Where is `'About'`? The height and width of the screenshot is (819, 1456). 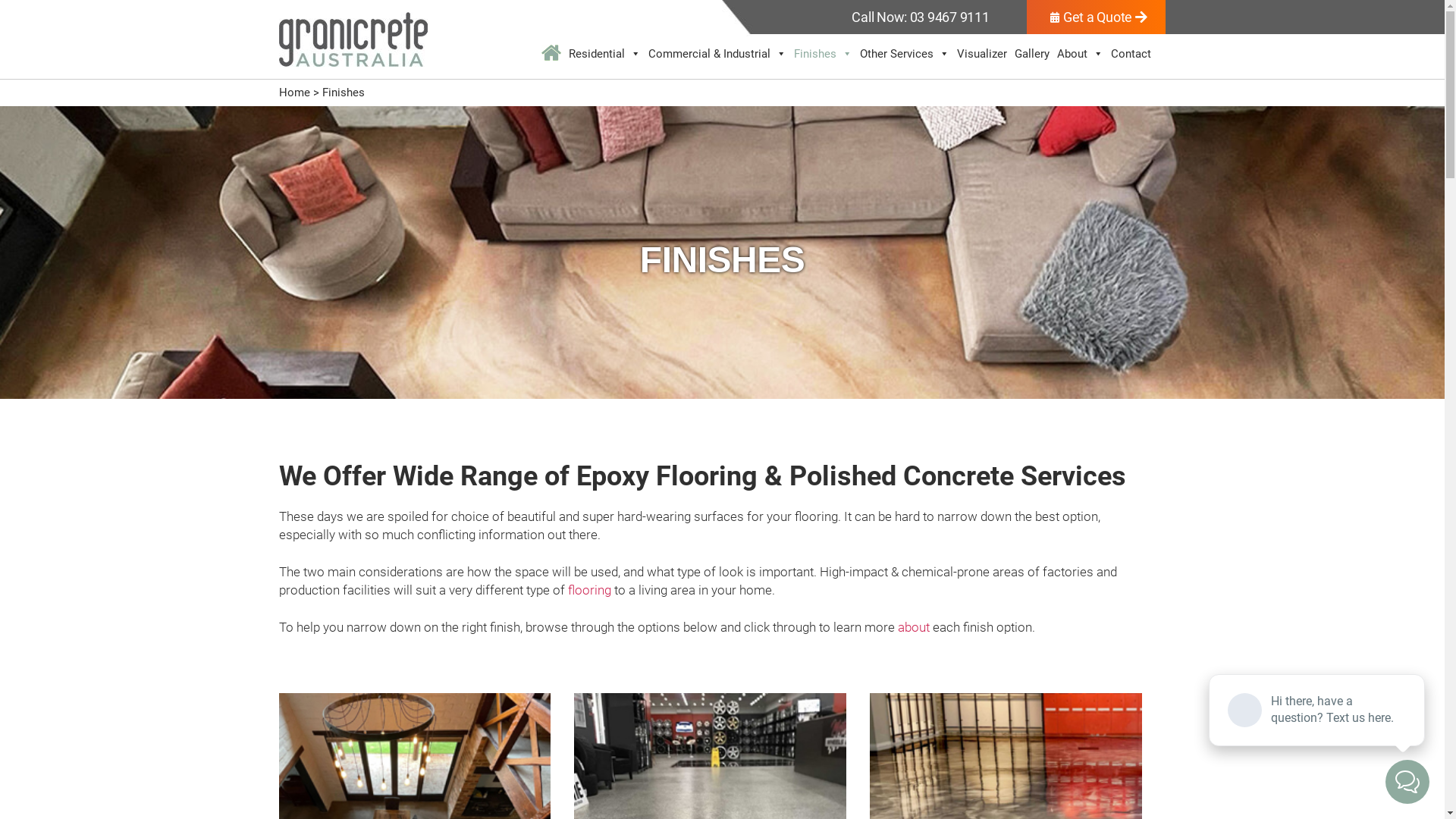
'About' is located at coordinates (1079, 52).